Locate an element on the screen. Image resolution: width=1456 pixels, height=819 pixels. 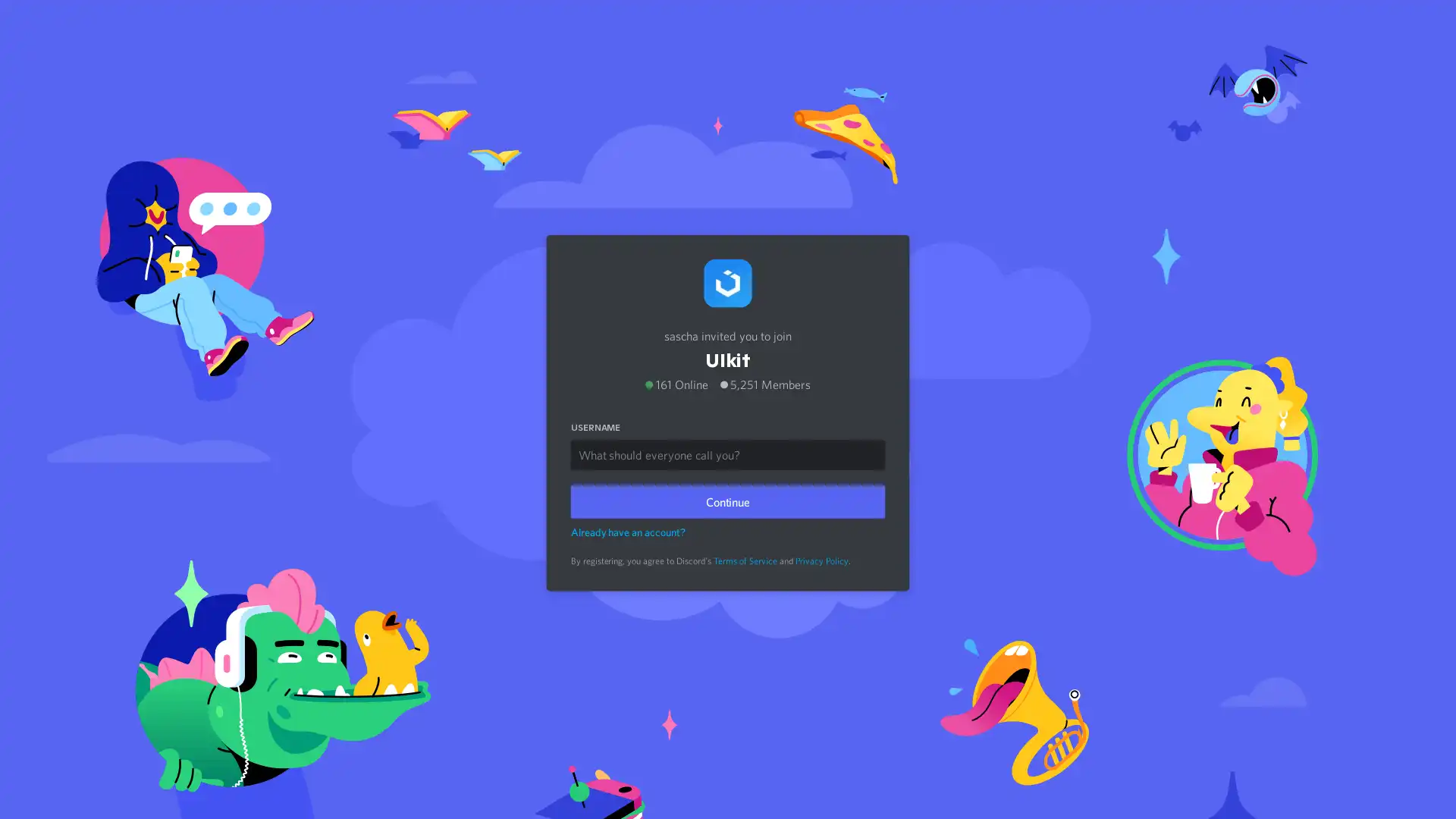
Already have an account? is located at coordinates (628, 528).